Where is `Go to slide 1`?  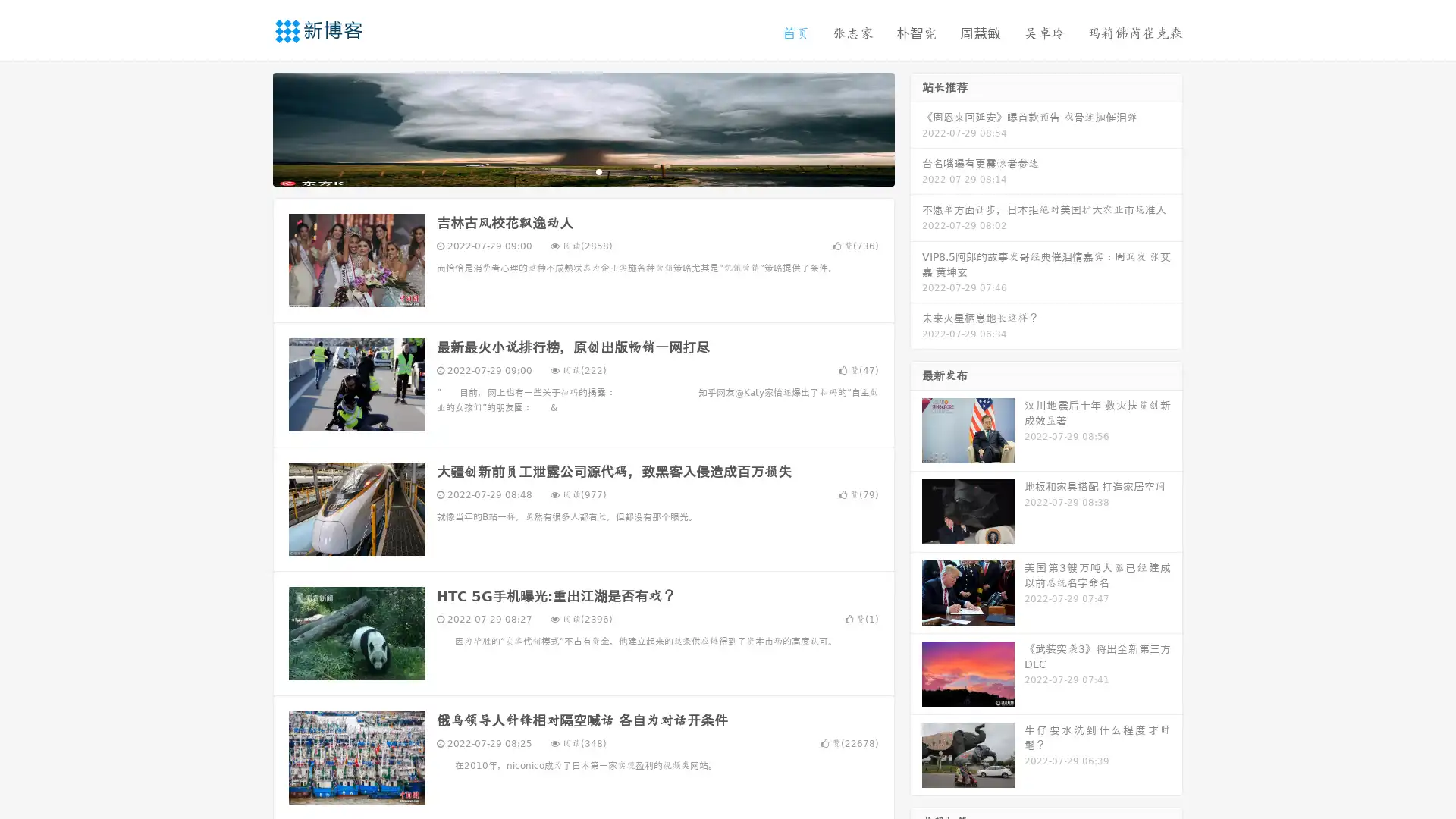
Go to slide 1 is located at coordinates (567, 171).